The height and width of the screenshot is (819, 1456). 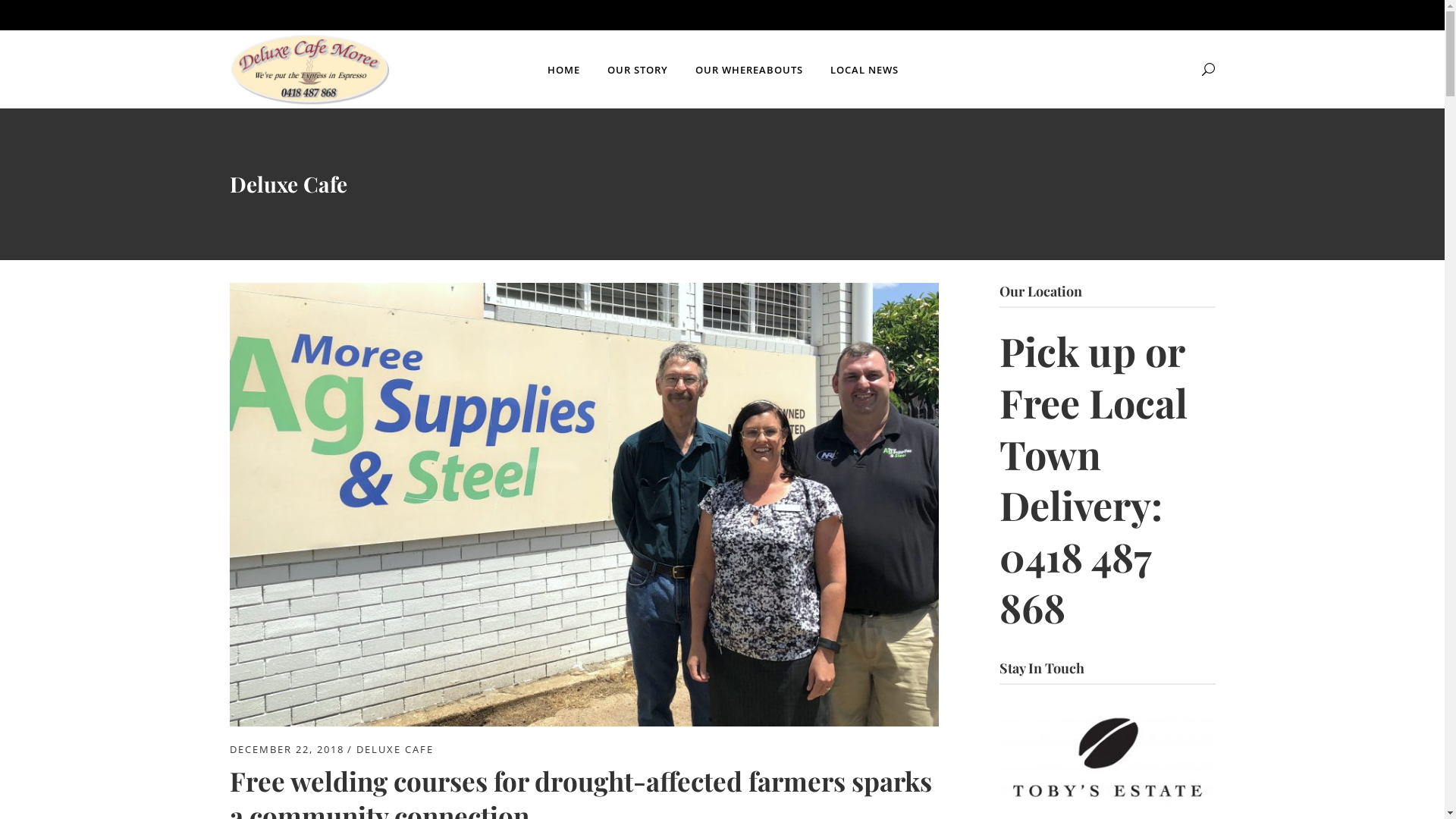 What do you see at coordinates (637, 69) in the screenshot?
I see `'OUR STORY'` at bounding box center [637, 69].